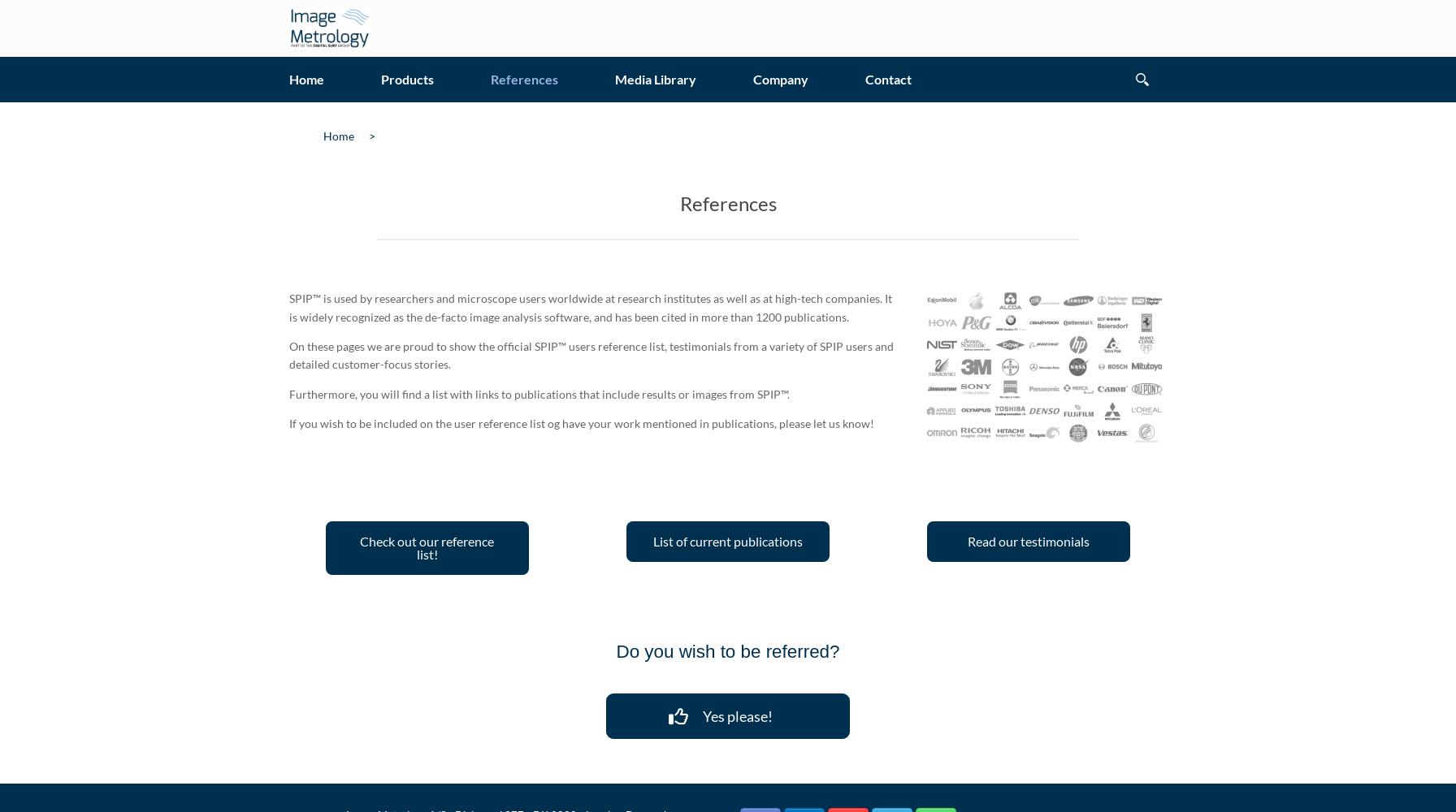 The height and width of the screenshot is (812, 1456). Describe the element at coordinates (1027, 541) in the screenshot. I see `'Read our testimonials'` at that location.